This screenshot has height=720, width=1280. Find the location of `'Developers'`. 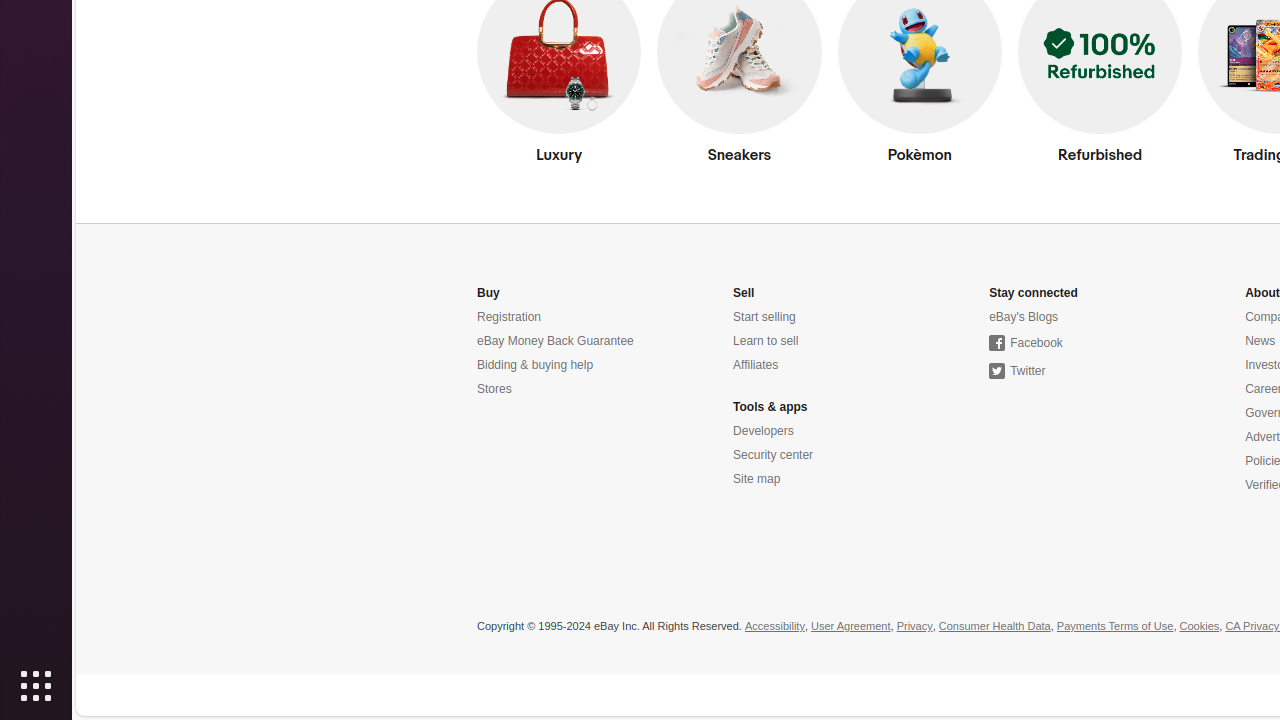

'Developers' is located at coordinates (762, 430).